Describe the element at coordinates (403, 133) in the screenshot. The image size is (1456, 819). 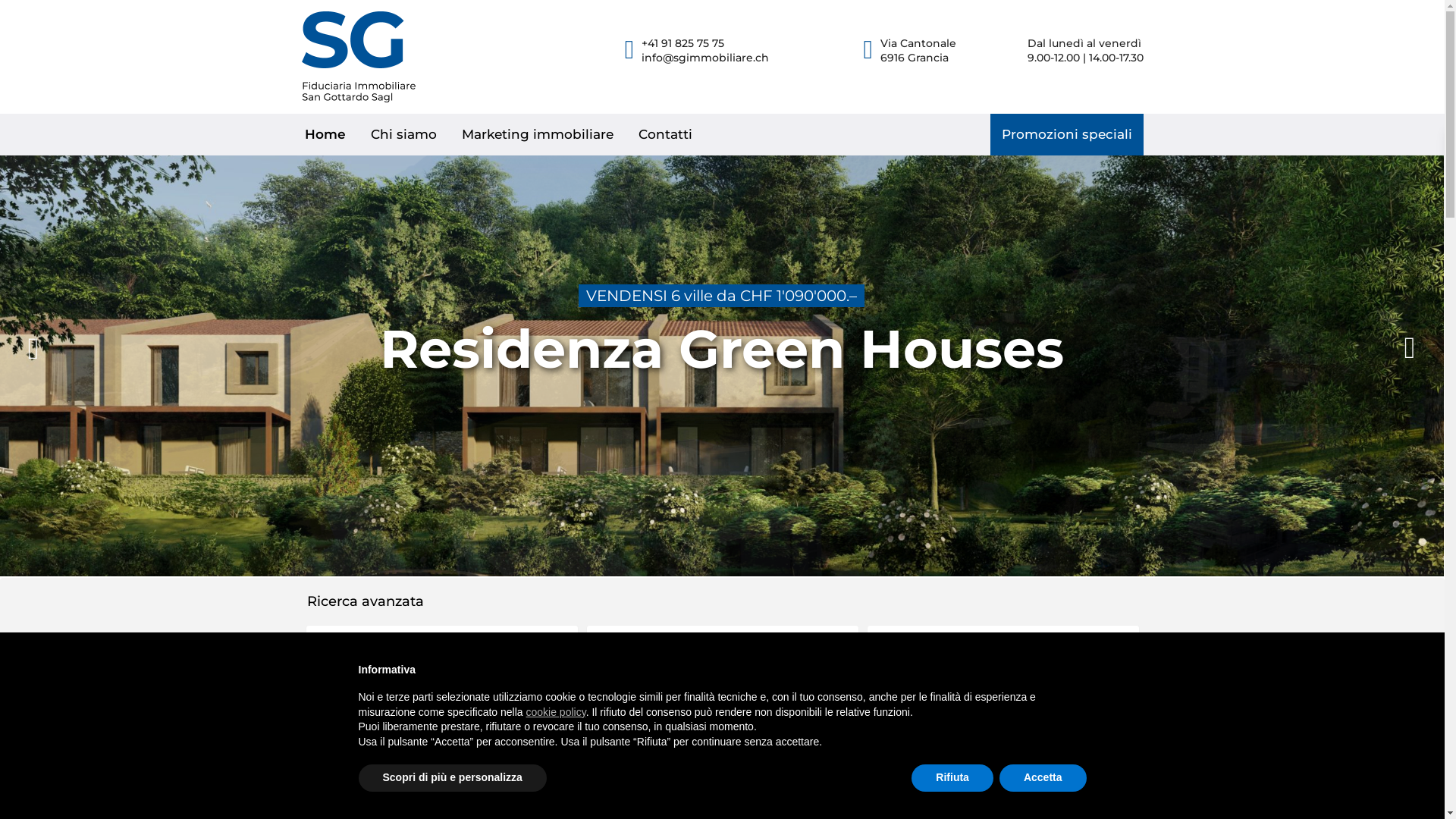
I see `'Chi siamo'` at that location.